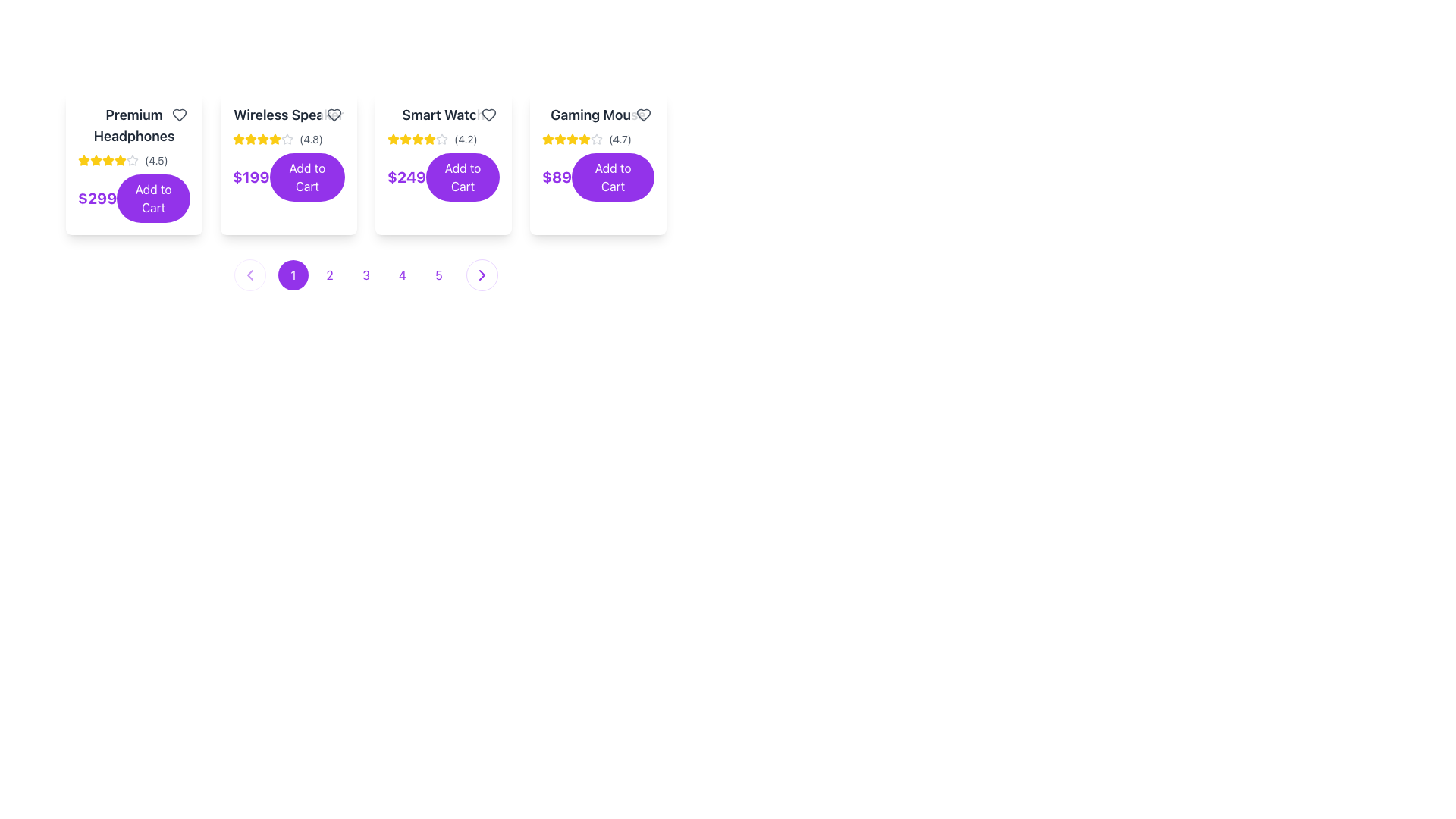 Image resolution: width=1456 pixels, height=819 pixels. I want to click on the circular button with a thin purple border and a right-pointing arrow icon, so click(481, 275).